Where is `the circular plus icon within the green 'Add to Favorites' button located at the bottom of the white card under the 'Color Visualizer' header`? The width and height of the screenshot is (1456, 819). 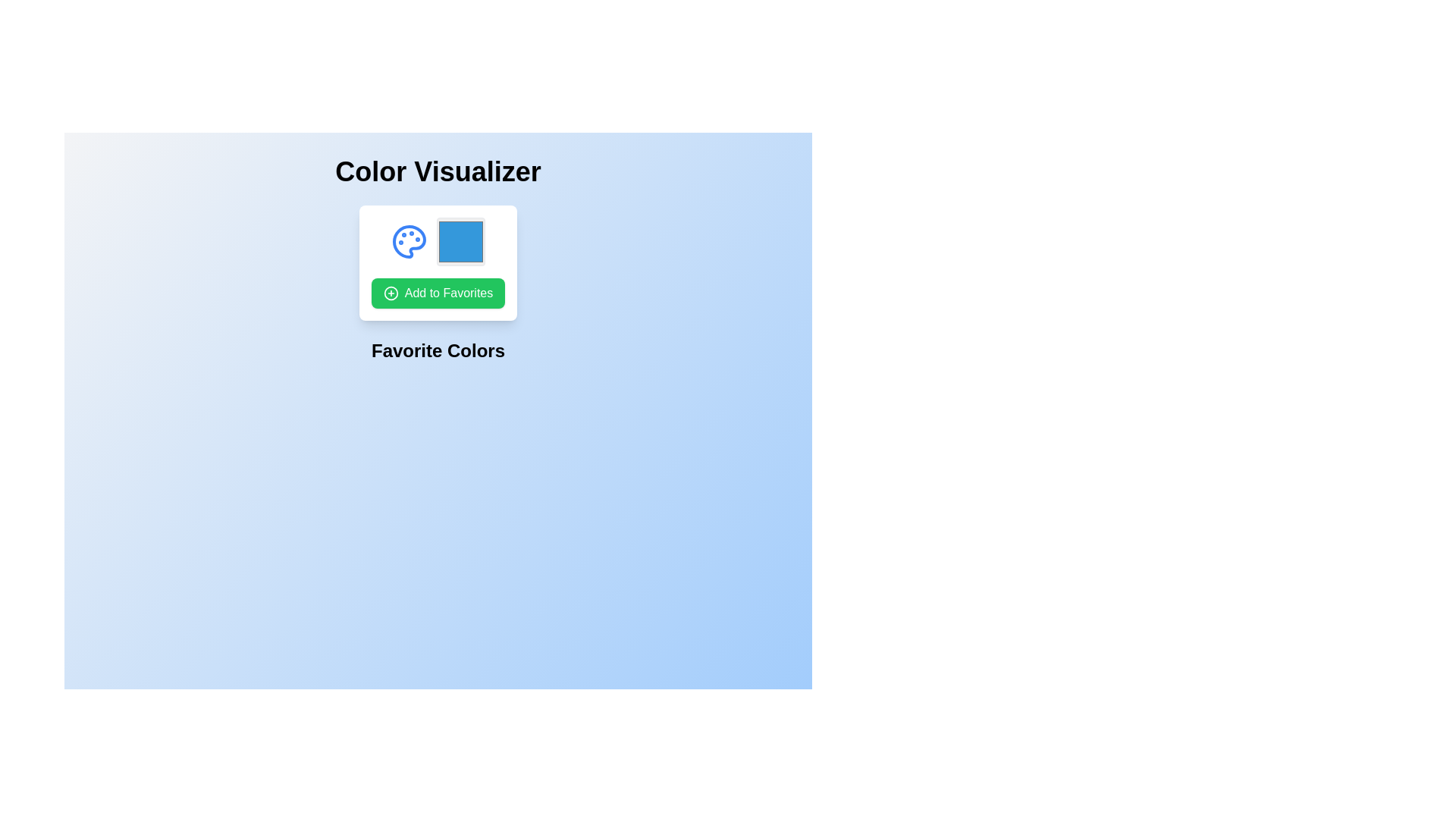 the circular plus icon within the green 'Add to Favorites' button located at the bottom of the white card under the 'Color Visualizer' header is located at coordinates (391, 293).